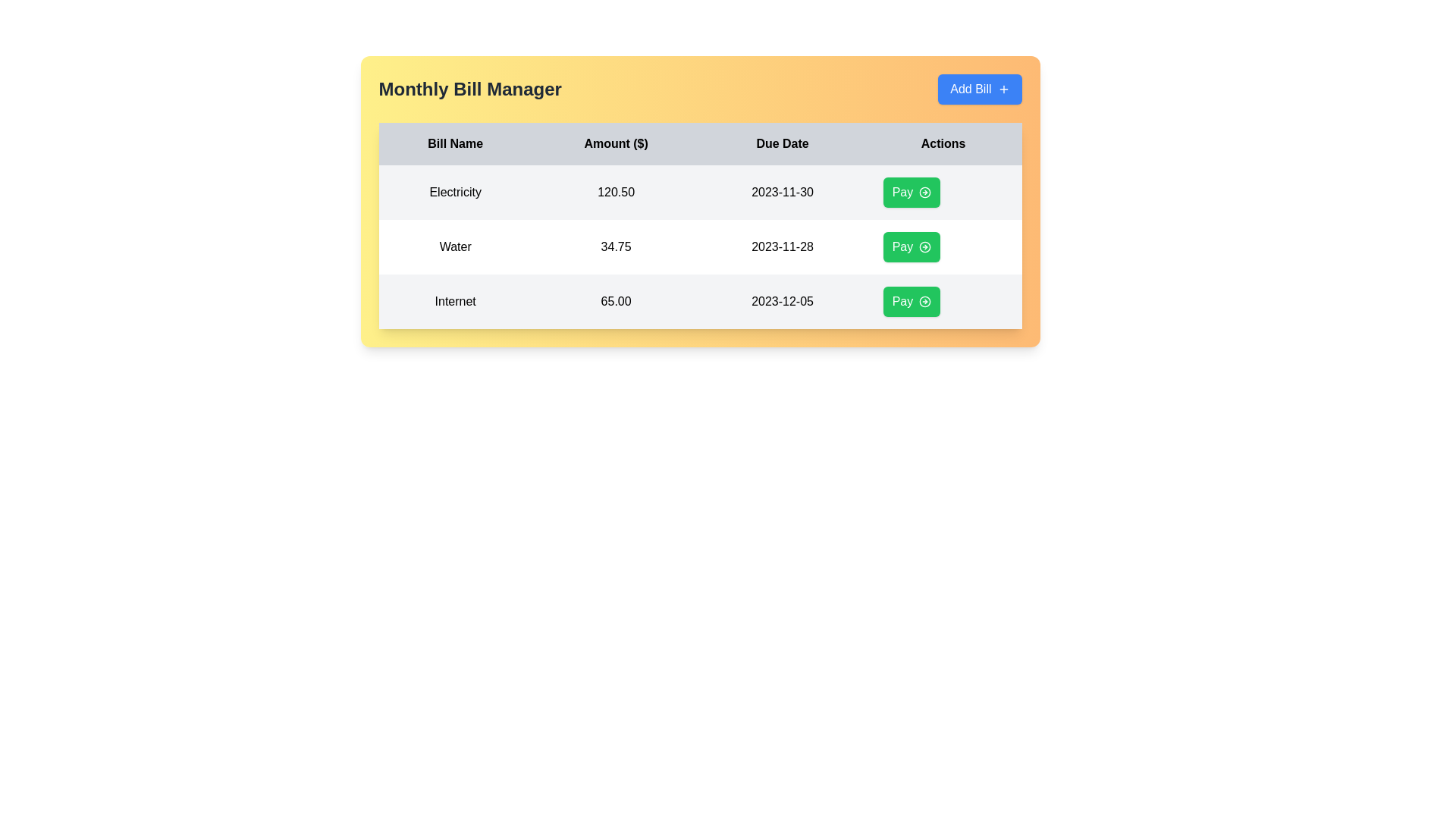  What do you see at coordinates (783, 192) in the screenshot?
I see `static text element displaying '2023-11-30' in the 'Due Date' column of the bill management table, positioned between 'Amount ($)' and 'Actions' columns` at bounding box center [783, 192].